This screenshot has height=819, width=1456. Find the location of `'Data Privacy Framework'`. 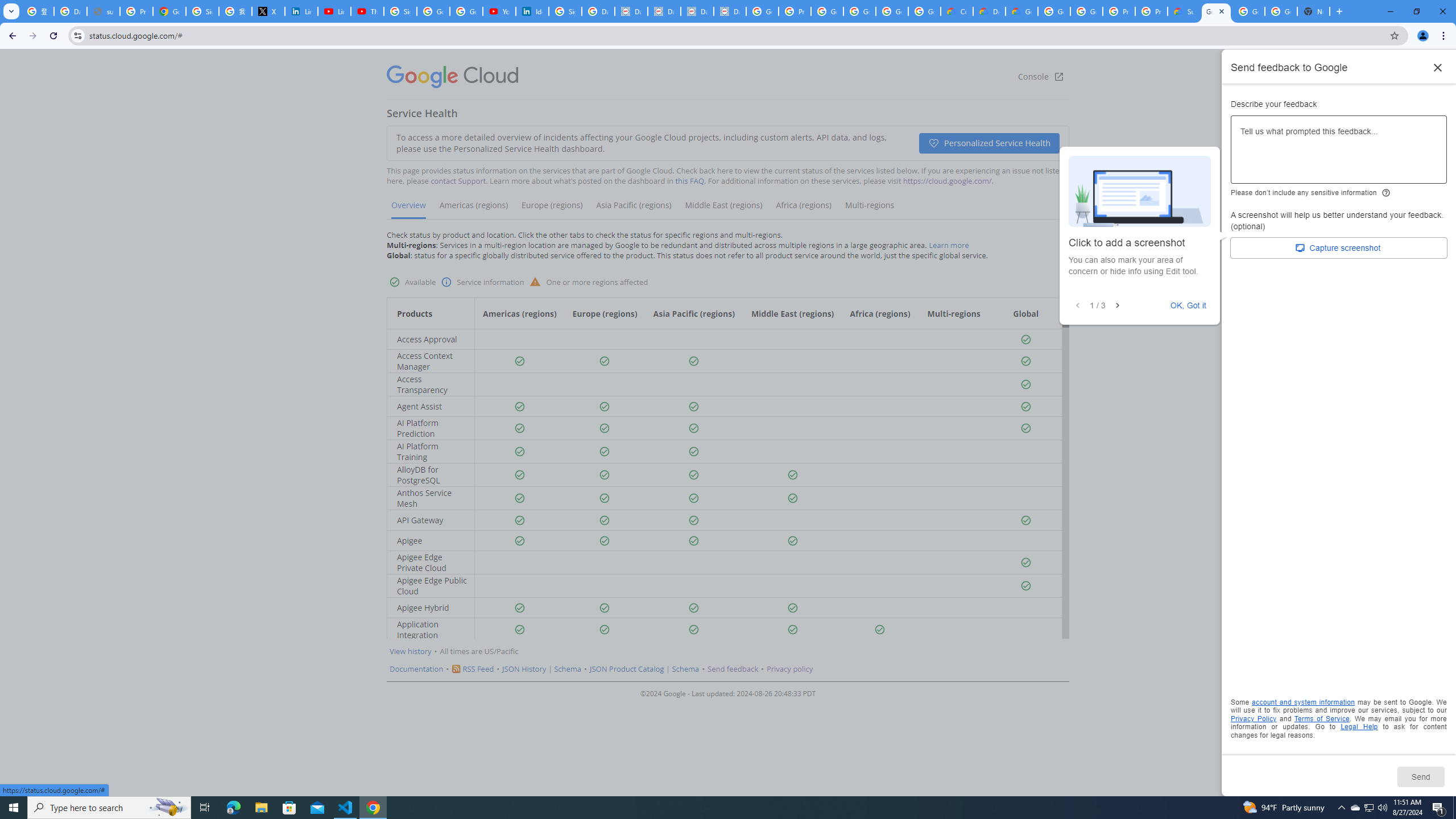

'Data Privacy Framework' is located at coordinates (697, 11).